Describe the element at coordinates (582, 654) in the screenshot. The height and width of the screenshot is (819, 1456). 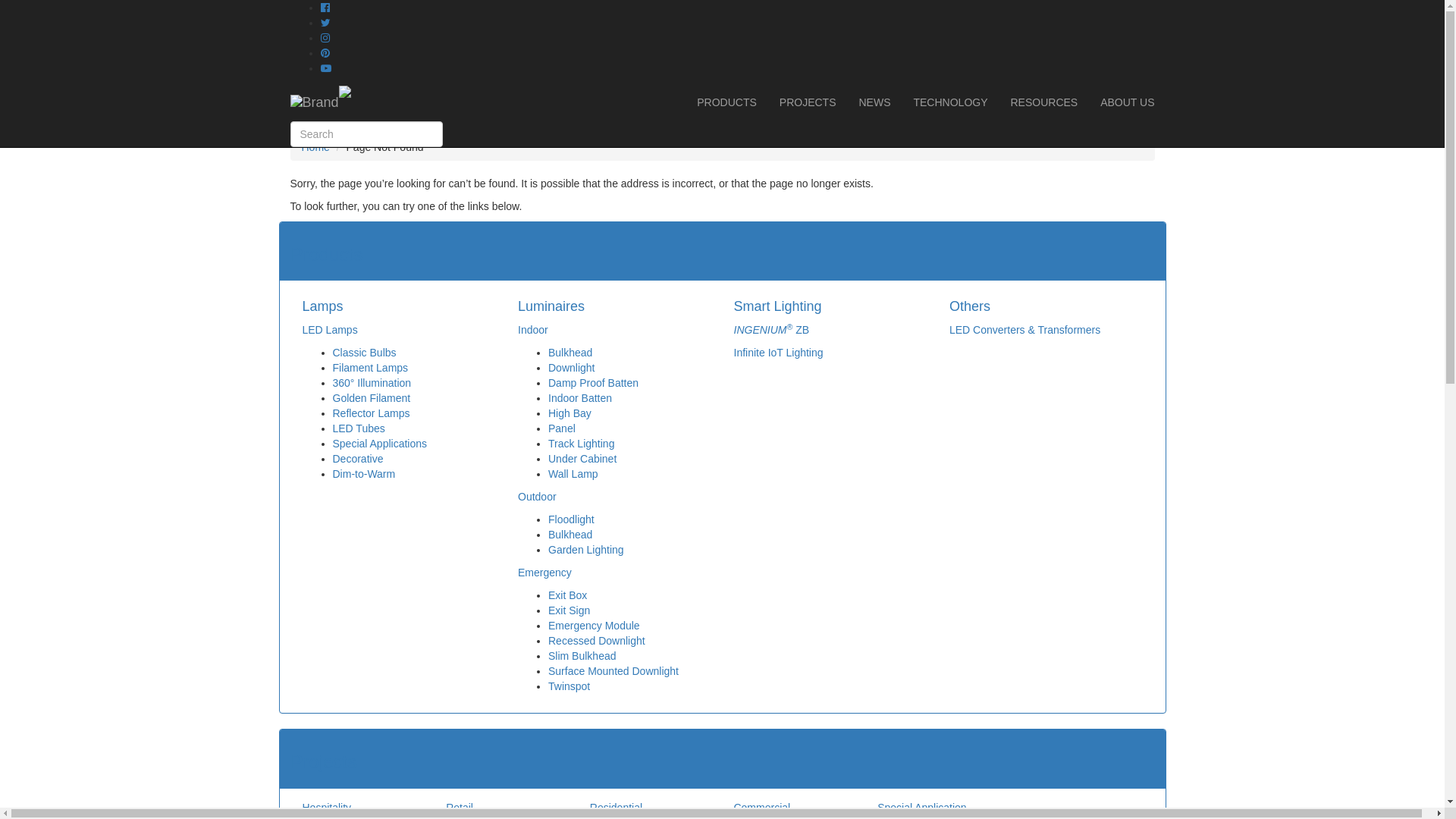
I see `'Slim Bulkhead'` at that location.